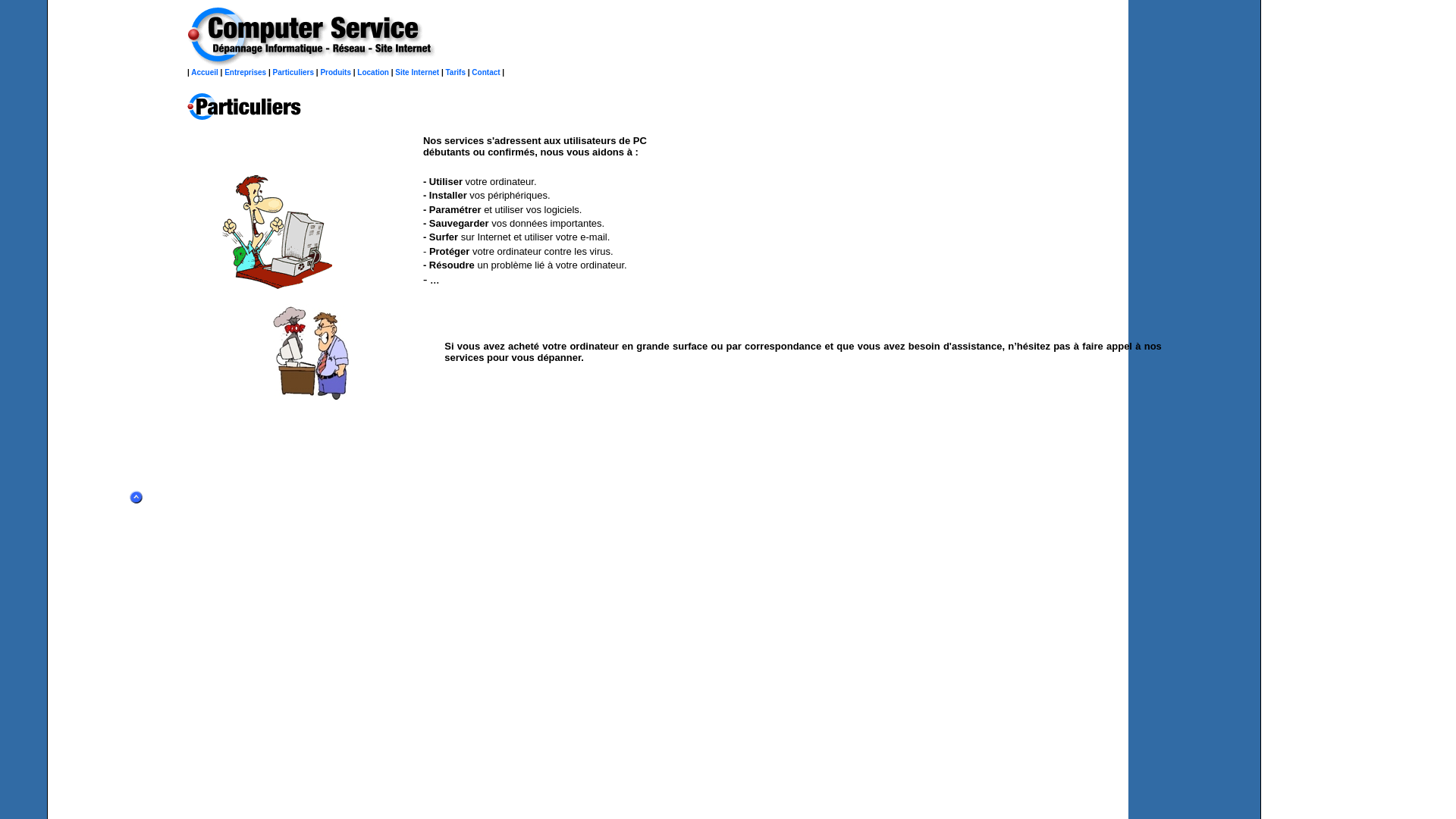 The height and width of the screenshot is (819, 1456). I want to click on 'Particuliers', so click(293, 72).